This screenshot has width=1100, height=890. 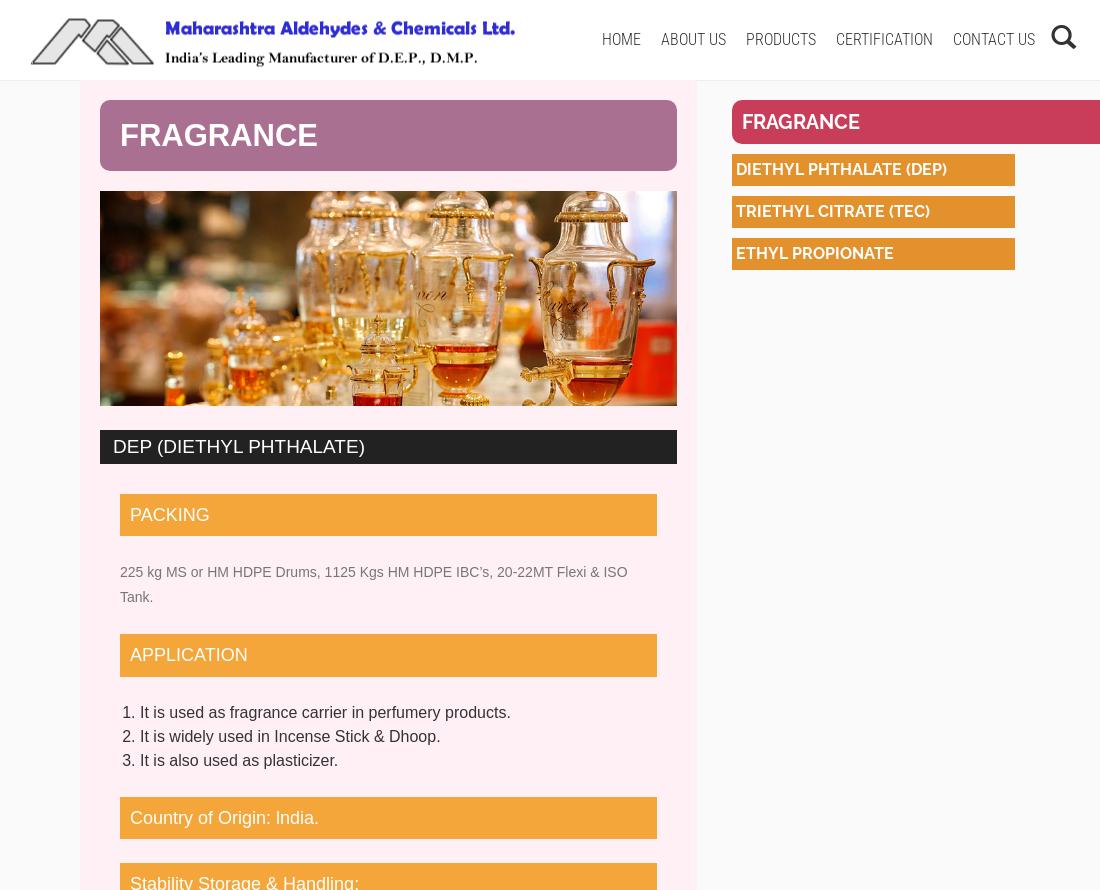 I want to click on 'Contact Us', so click(x=992, y=39).